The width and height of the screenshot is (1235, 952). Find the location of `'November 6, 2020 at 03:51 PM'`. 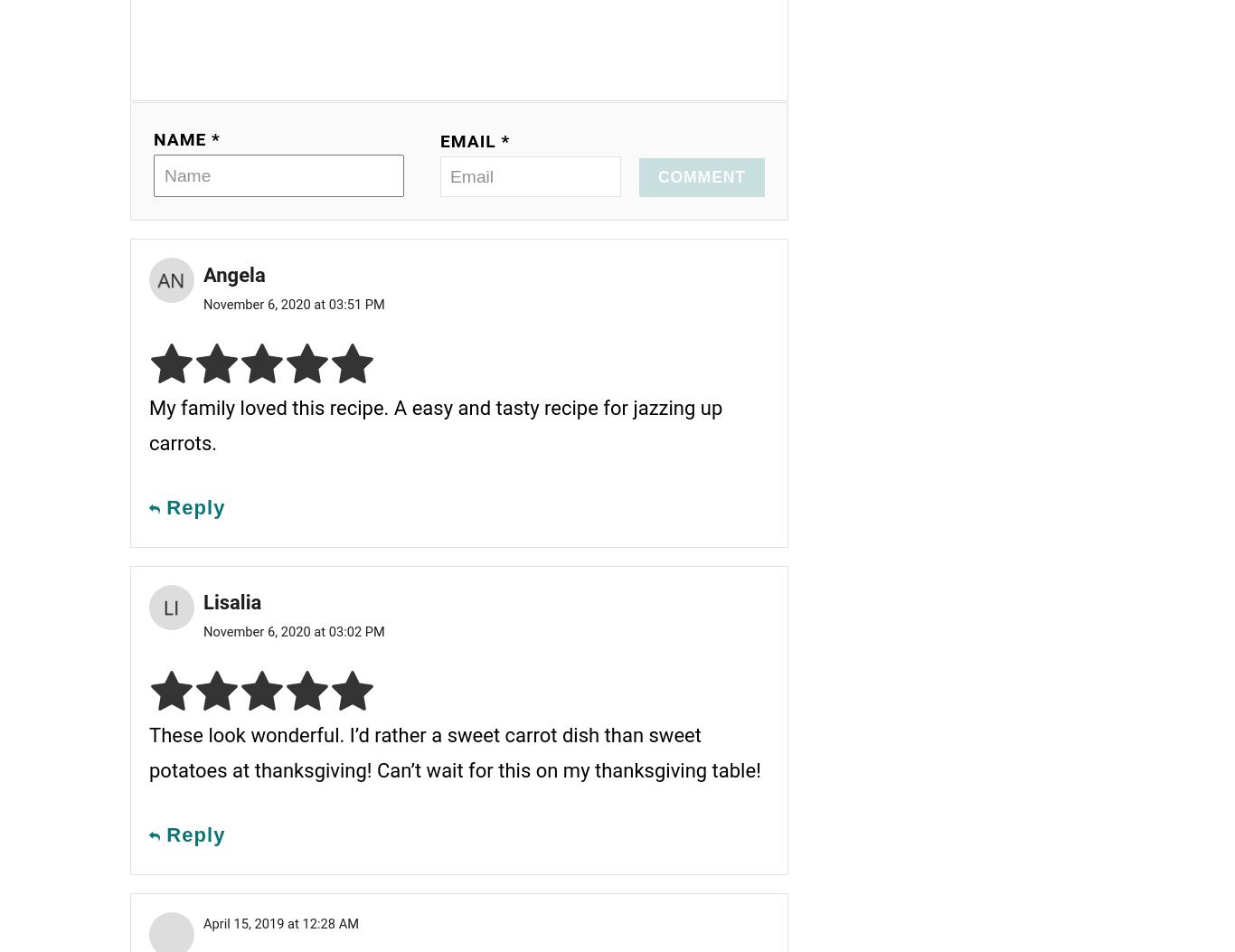

'November 6, 2020 at 03:51 PM' is located at coordinates (293, 303).